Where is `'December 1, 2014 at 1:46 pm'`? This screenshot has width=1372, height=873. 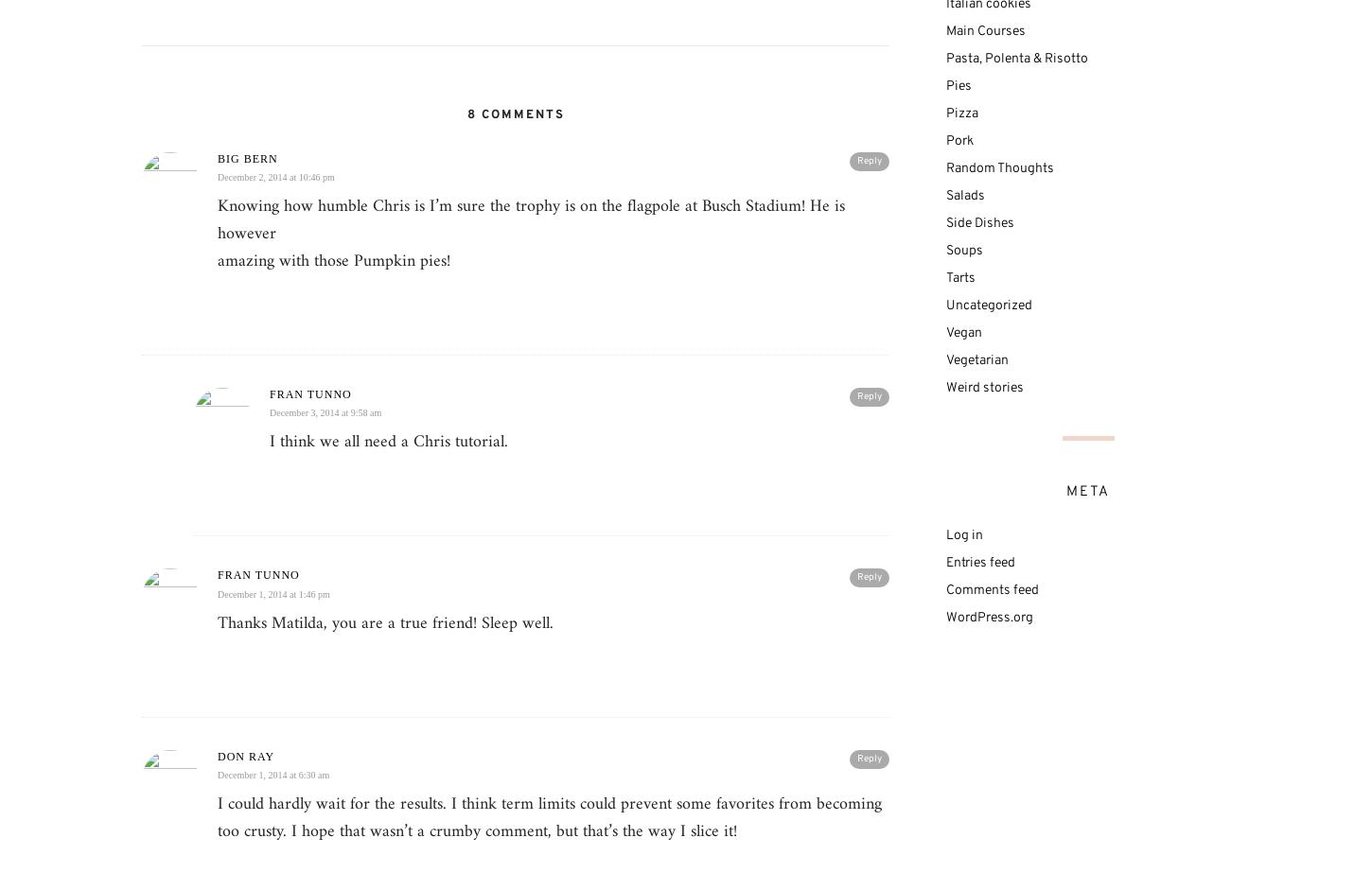
'December 1, 2014 at 1:46 pm' is located at coordinates (273, 592).